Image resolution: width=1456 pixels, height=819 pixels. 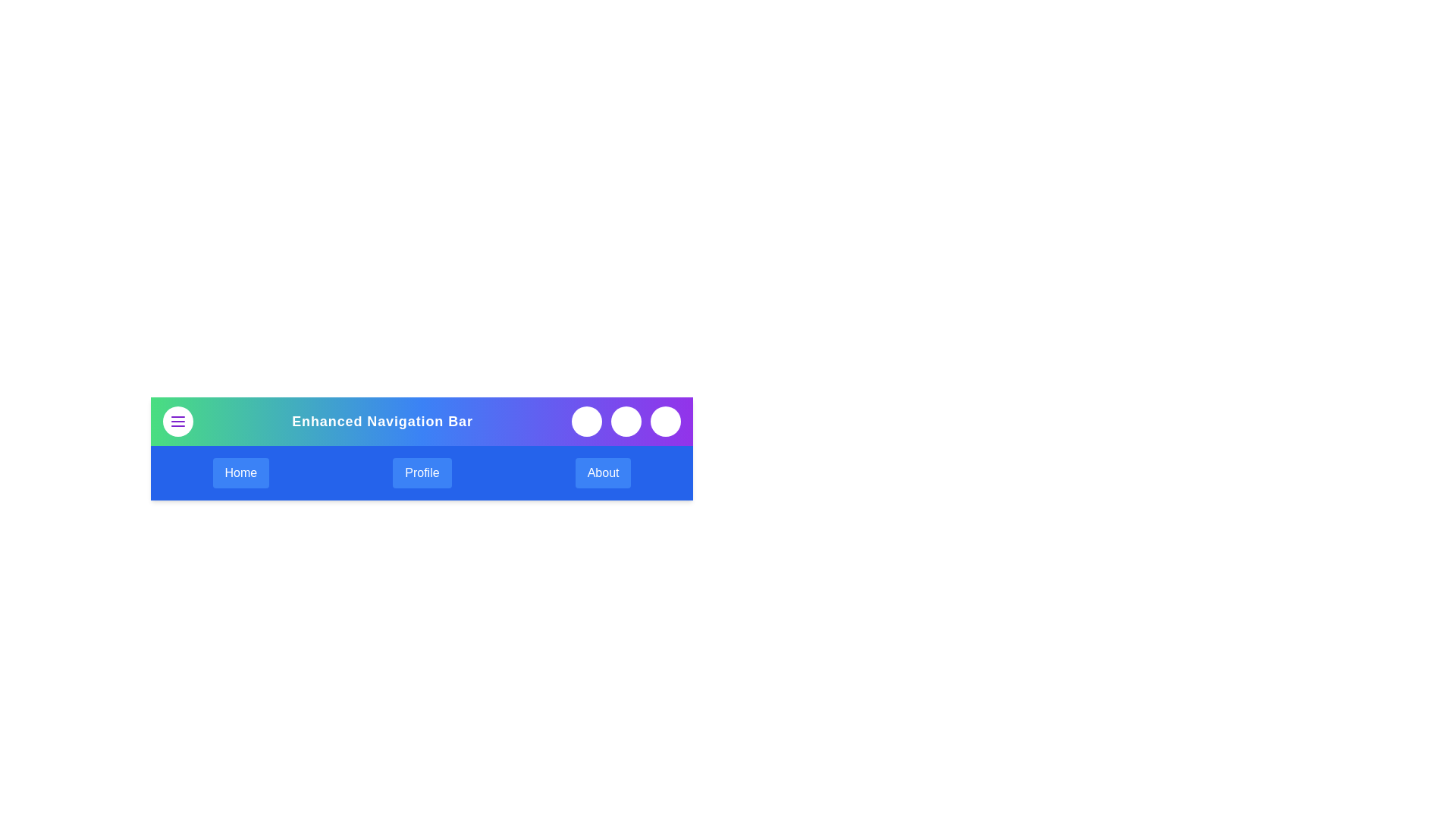 What do you see at coordinates (422, 472) in the screenshot?
I see `the button labeled Profile to observe its hover effect` at bounding box center [422, 472].